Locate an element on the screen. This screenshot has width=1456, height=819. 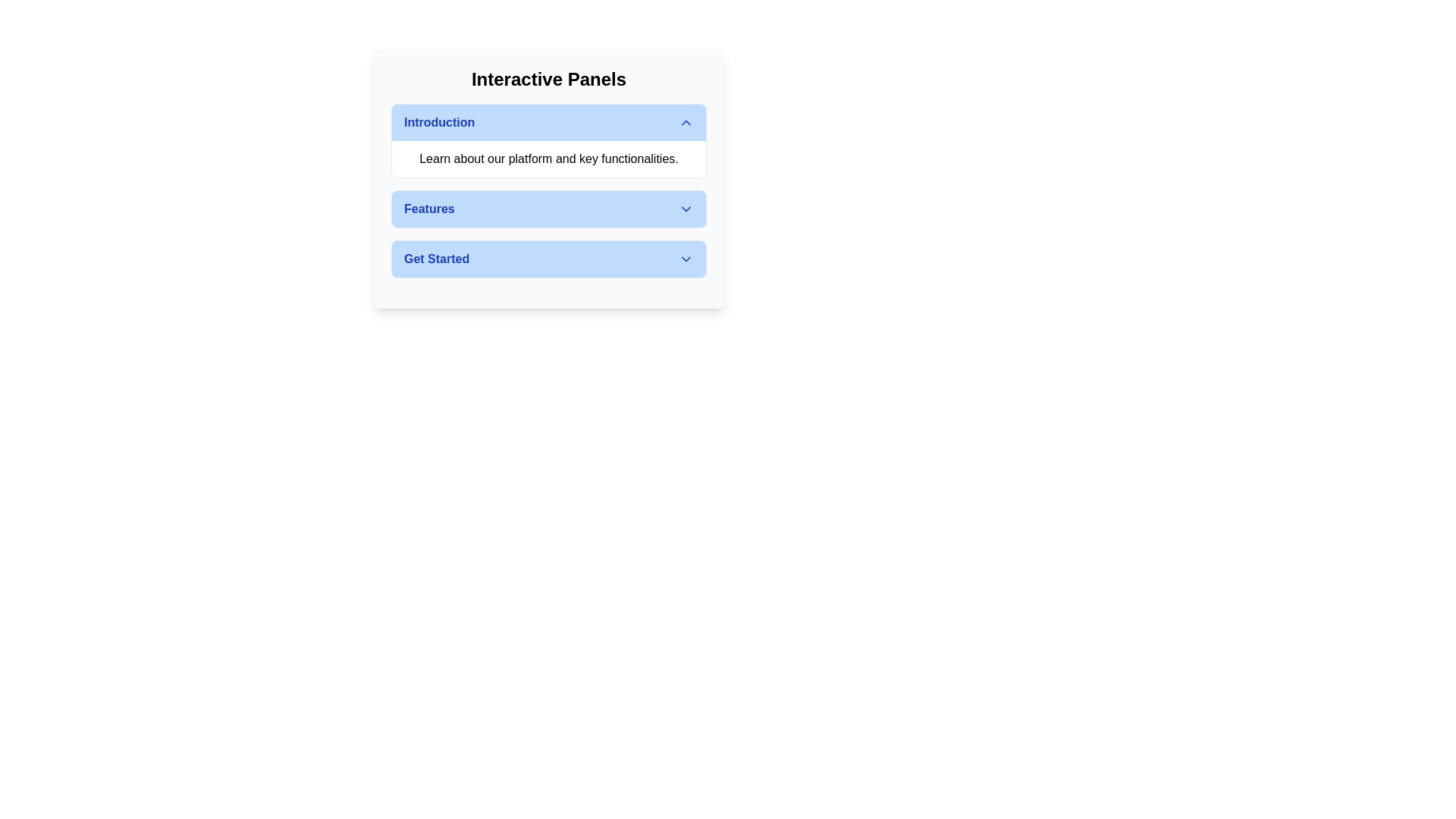
the text that states 'Learn about our platform and key functionalities', which is located directly under the Introduction panel in a collapsible menu is located at coordinates (548, 158).